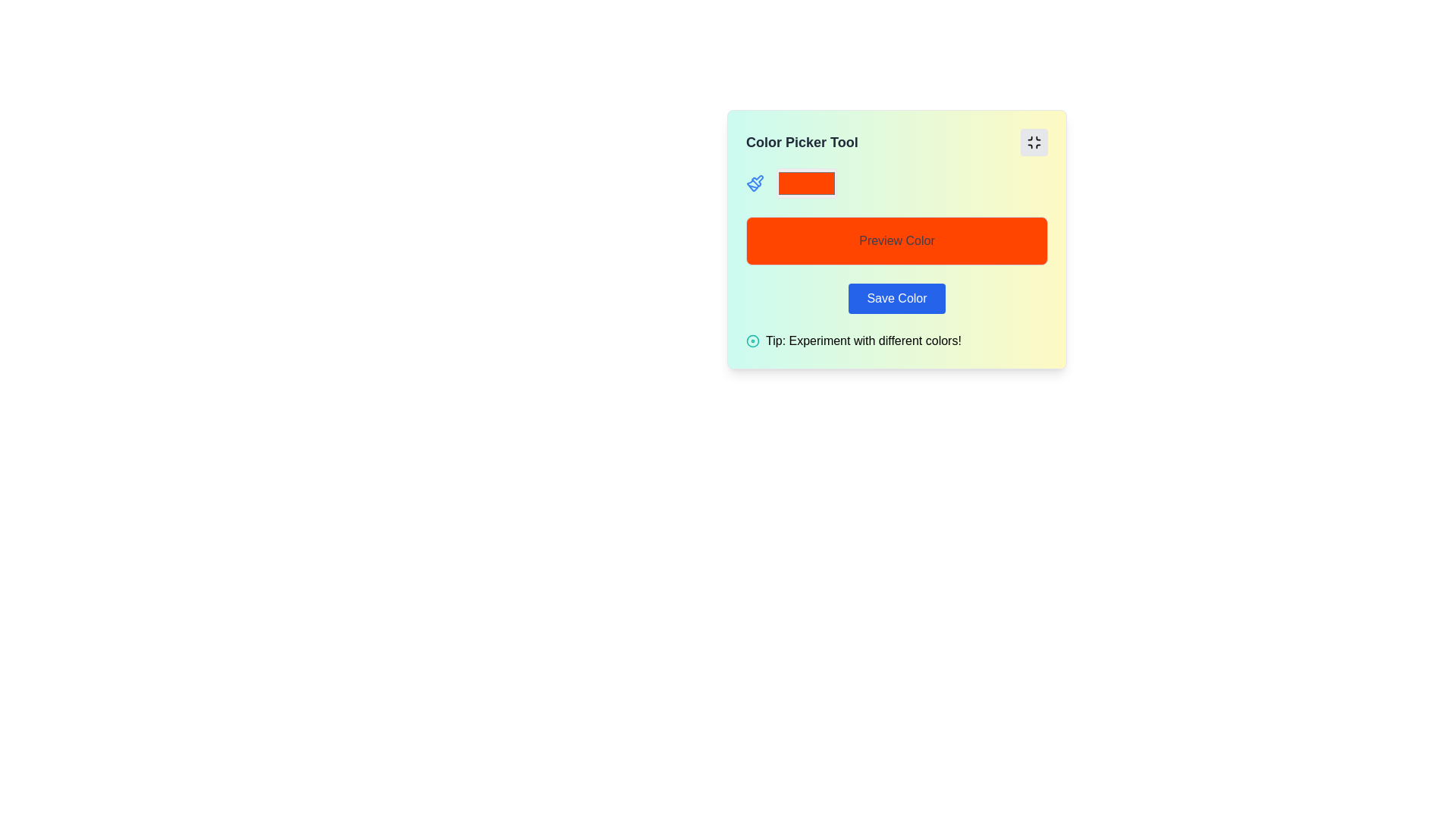 The image size is (1456, 819). What do you see at coordinates (1033, 143) in the screenshot?
I see `the minimize button with an icon for the 'Color Picker Tool' interface` at bounding box center [1033, 143].